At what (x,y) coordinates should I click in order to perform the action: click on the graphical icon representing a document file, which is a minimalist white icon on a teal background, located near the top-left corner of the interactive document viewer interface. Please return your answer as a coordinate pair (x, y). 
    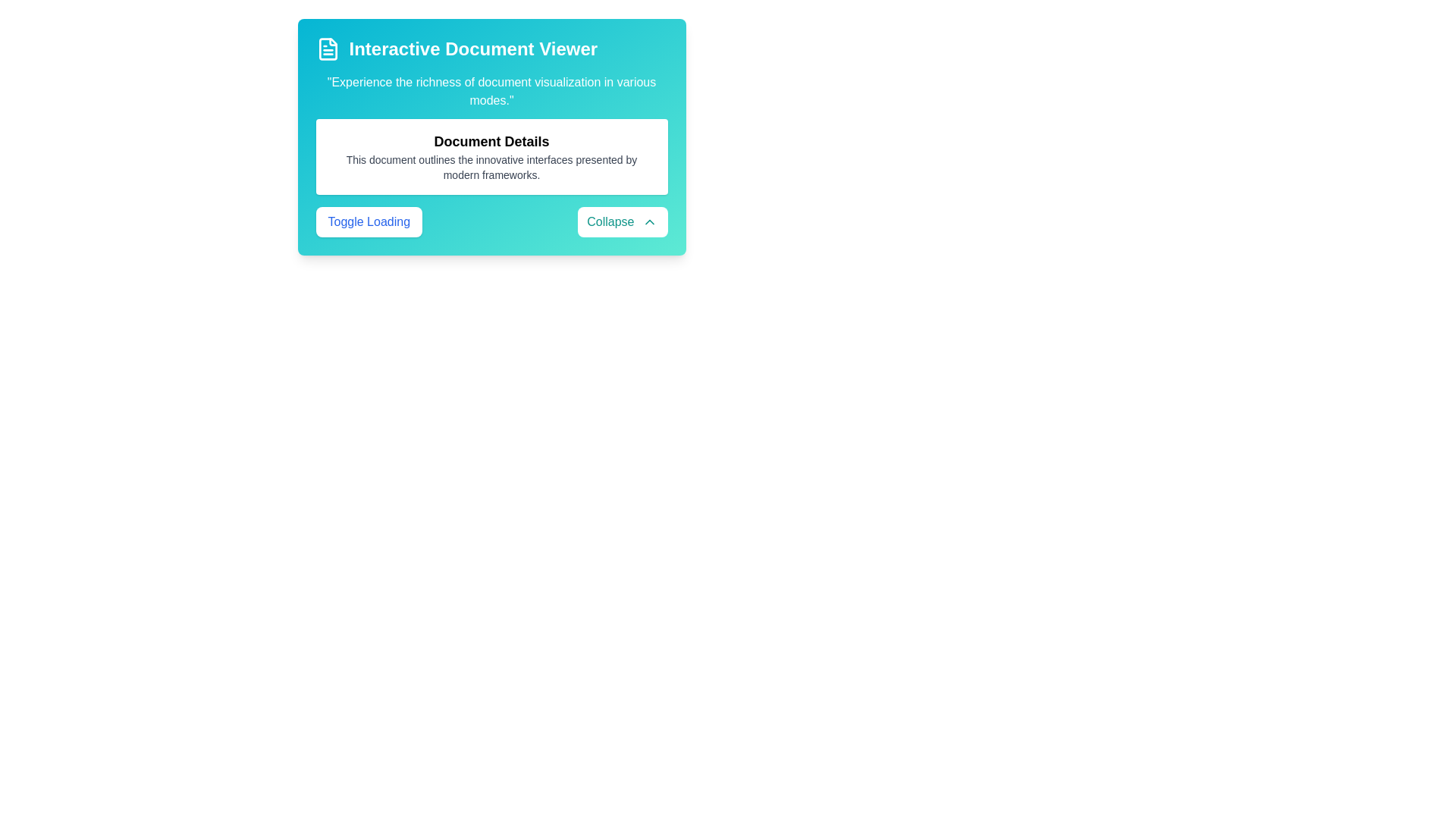
    Looking at the image, I should click on (327, 49).